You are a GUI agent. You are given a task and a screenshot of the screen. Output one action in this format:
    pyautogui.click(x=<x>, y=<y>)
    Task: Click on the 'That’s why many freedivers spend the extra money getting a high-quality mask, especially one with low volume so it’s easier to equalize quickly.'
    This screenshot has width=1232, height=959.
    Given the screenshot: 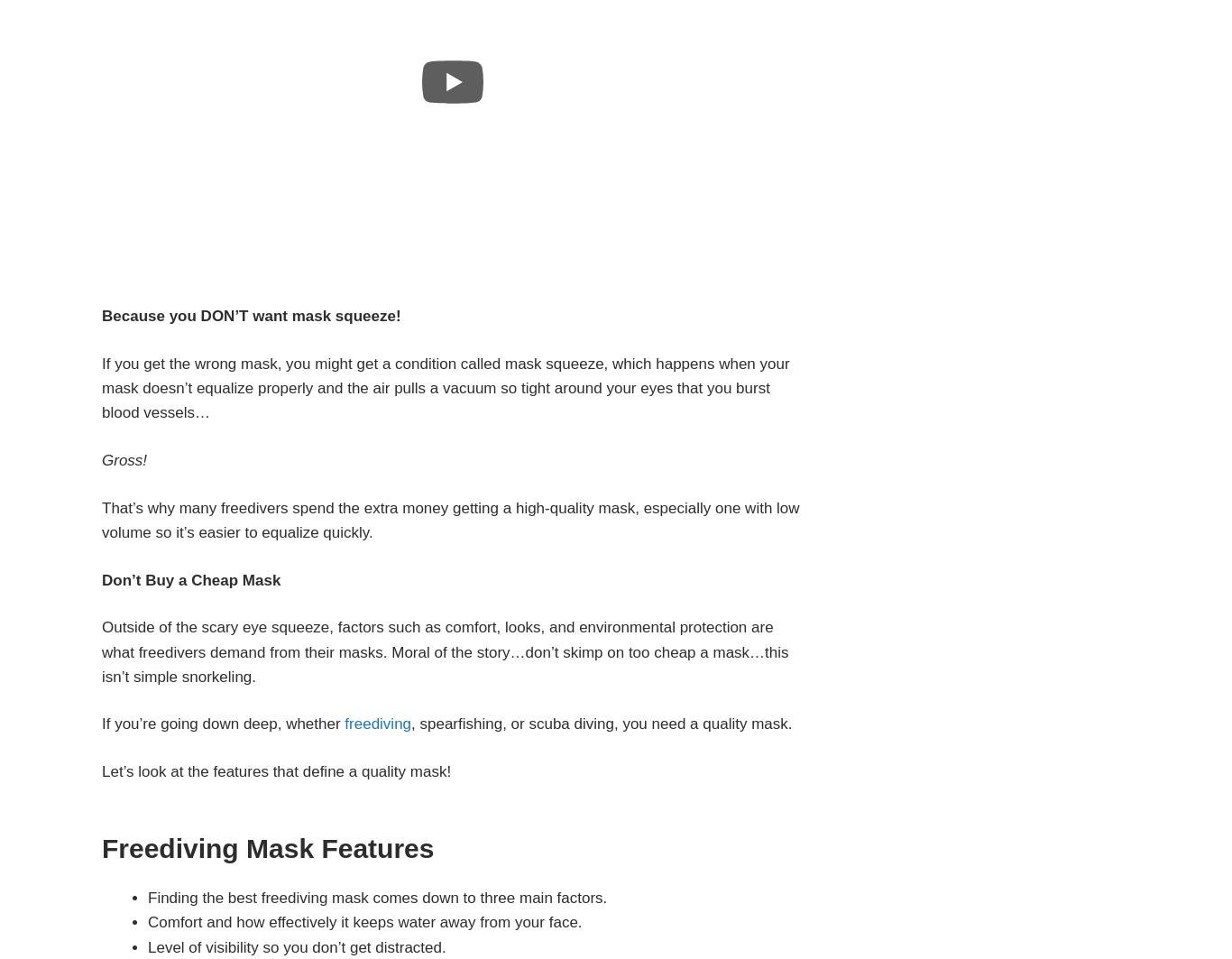 What is the action you would take?
    pyautogui.click(x=450, y=519)
    